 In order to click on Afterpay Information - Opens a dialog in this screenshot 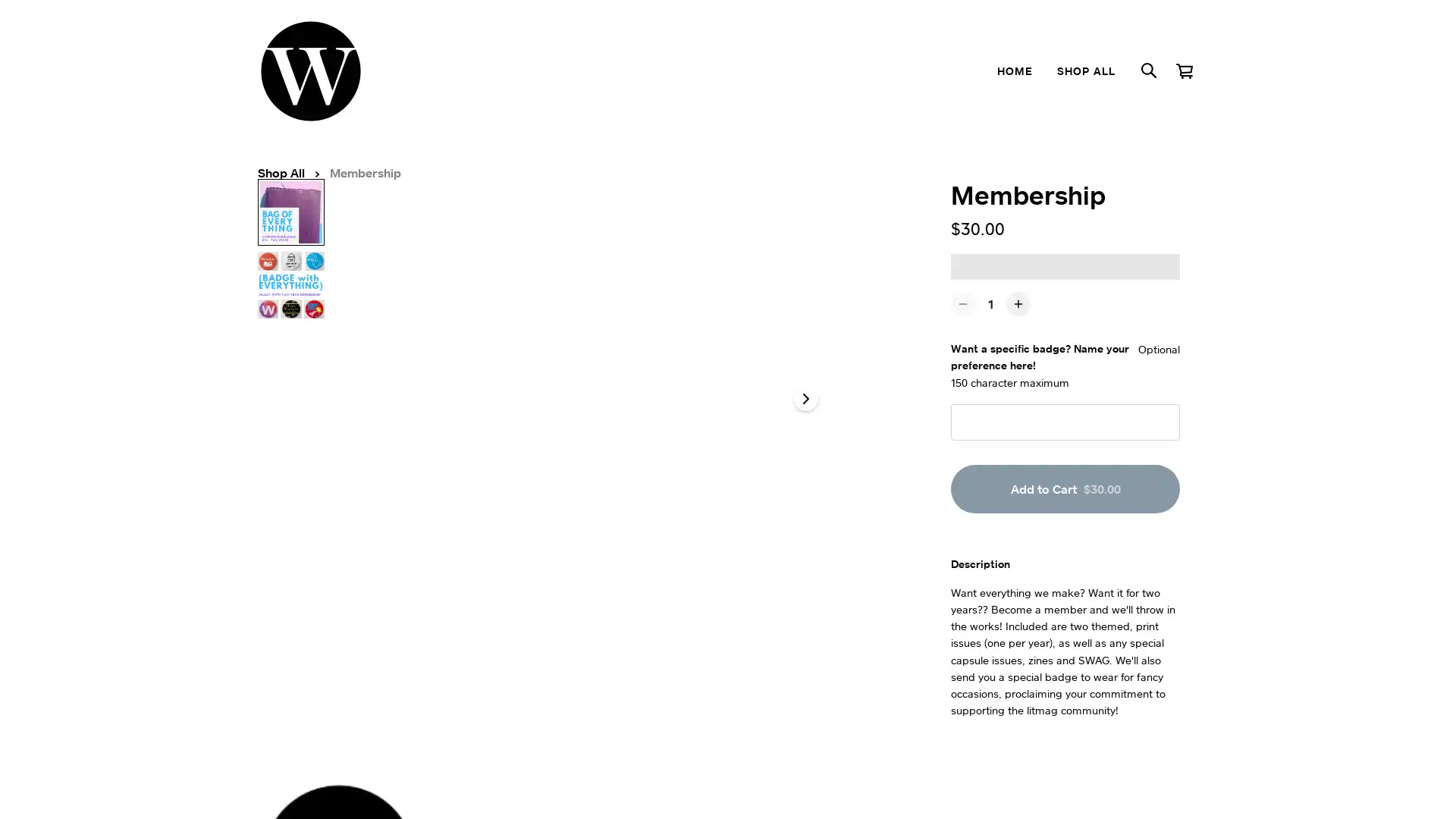, I will do `click(1031, 284)`.